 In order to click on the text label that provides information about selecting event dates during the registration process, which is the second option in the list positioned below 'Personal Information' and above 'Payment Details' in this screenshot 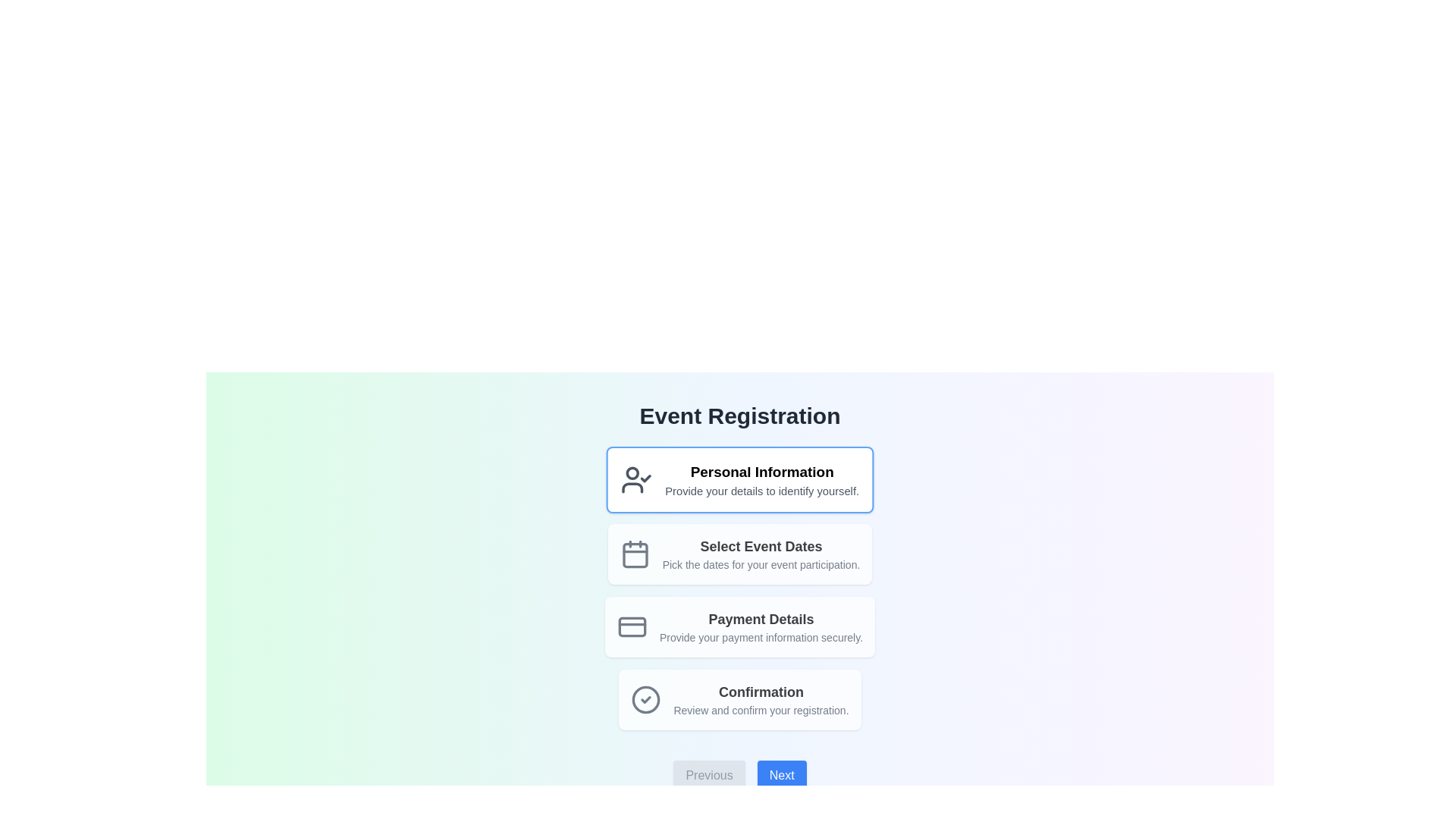, I will do `click(761, 554)`.